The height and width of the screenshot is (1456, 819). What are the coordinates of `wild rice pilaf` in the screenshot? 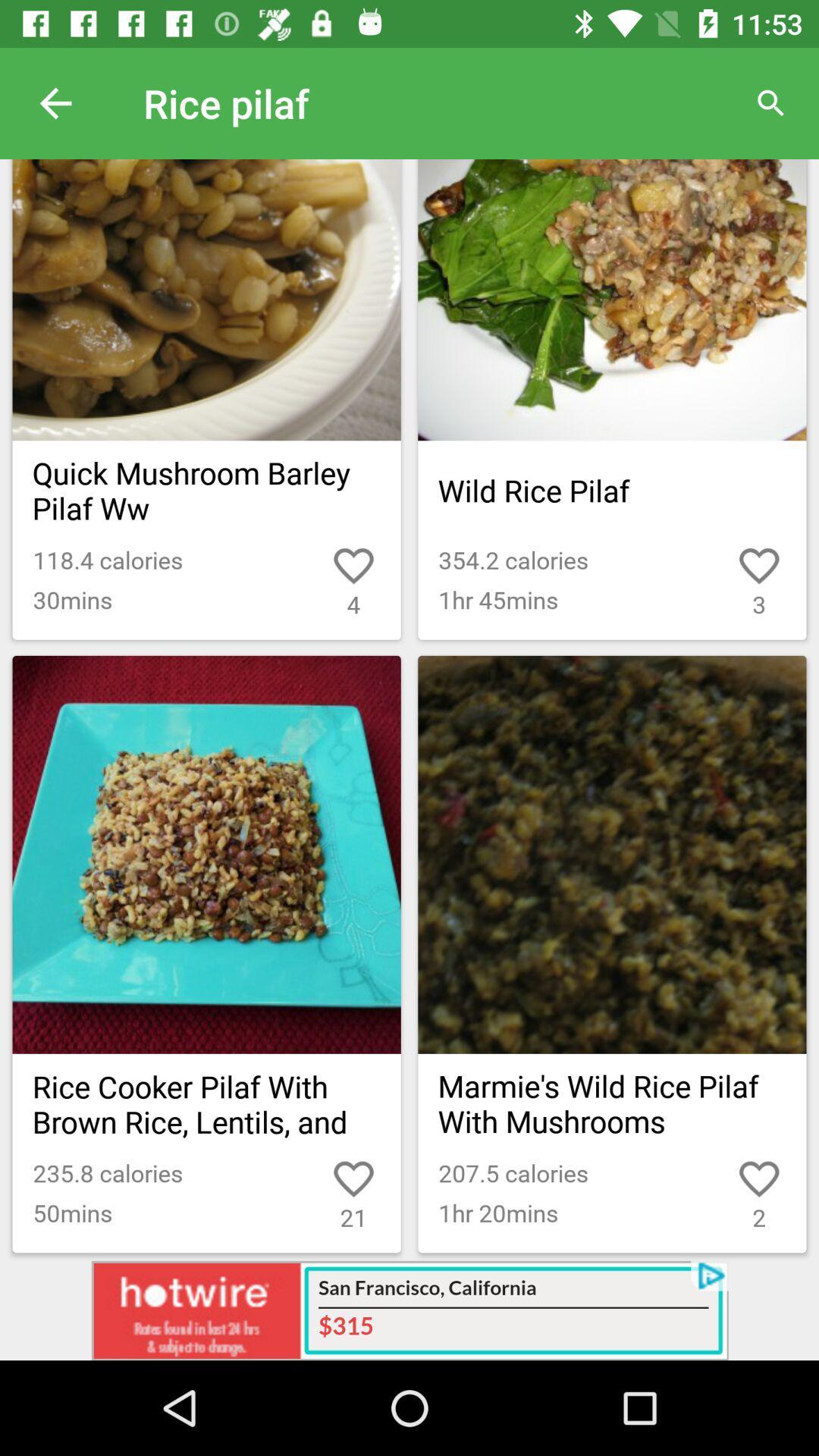 It's located at (611, 491).